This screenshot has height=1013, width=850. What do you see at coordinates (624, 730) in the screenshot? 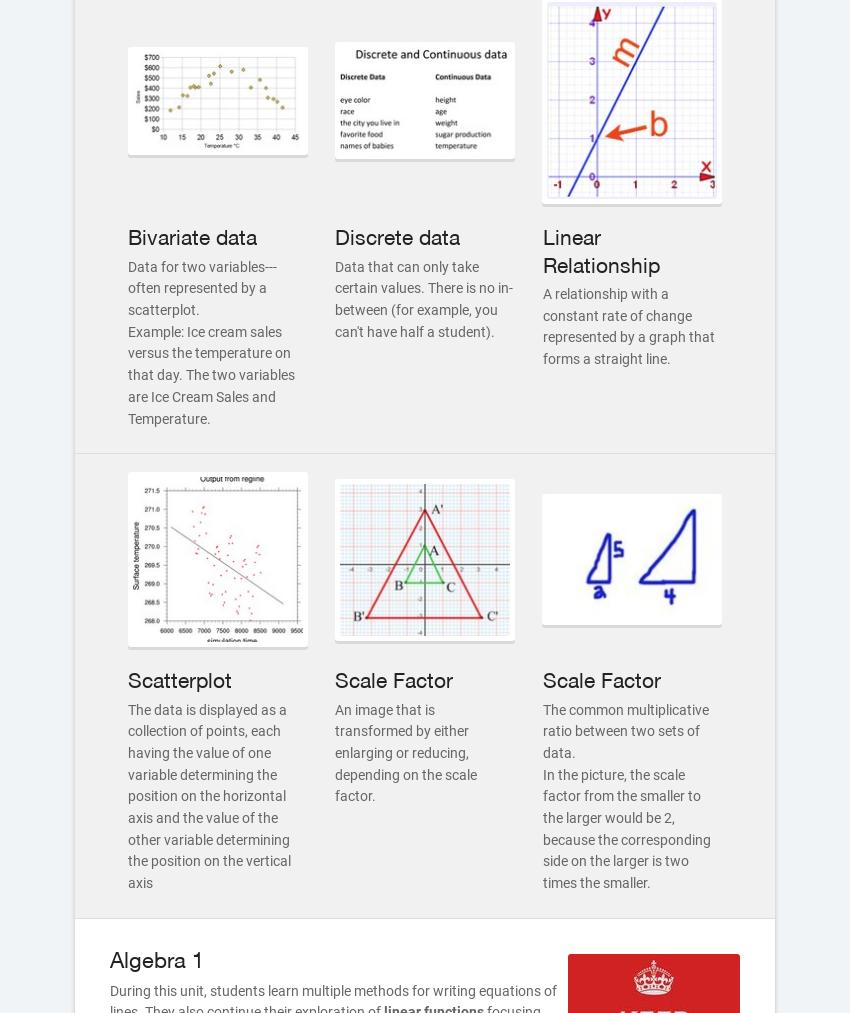
I see `'The common multiplicative ratio between two sets of data.'` at bounding box center [624, 730].